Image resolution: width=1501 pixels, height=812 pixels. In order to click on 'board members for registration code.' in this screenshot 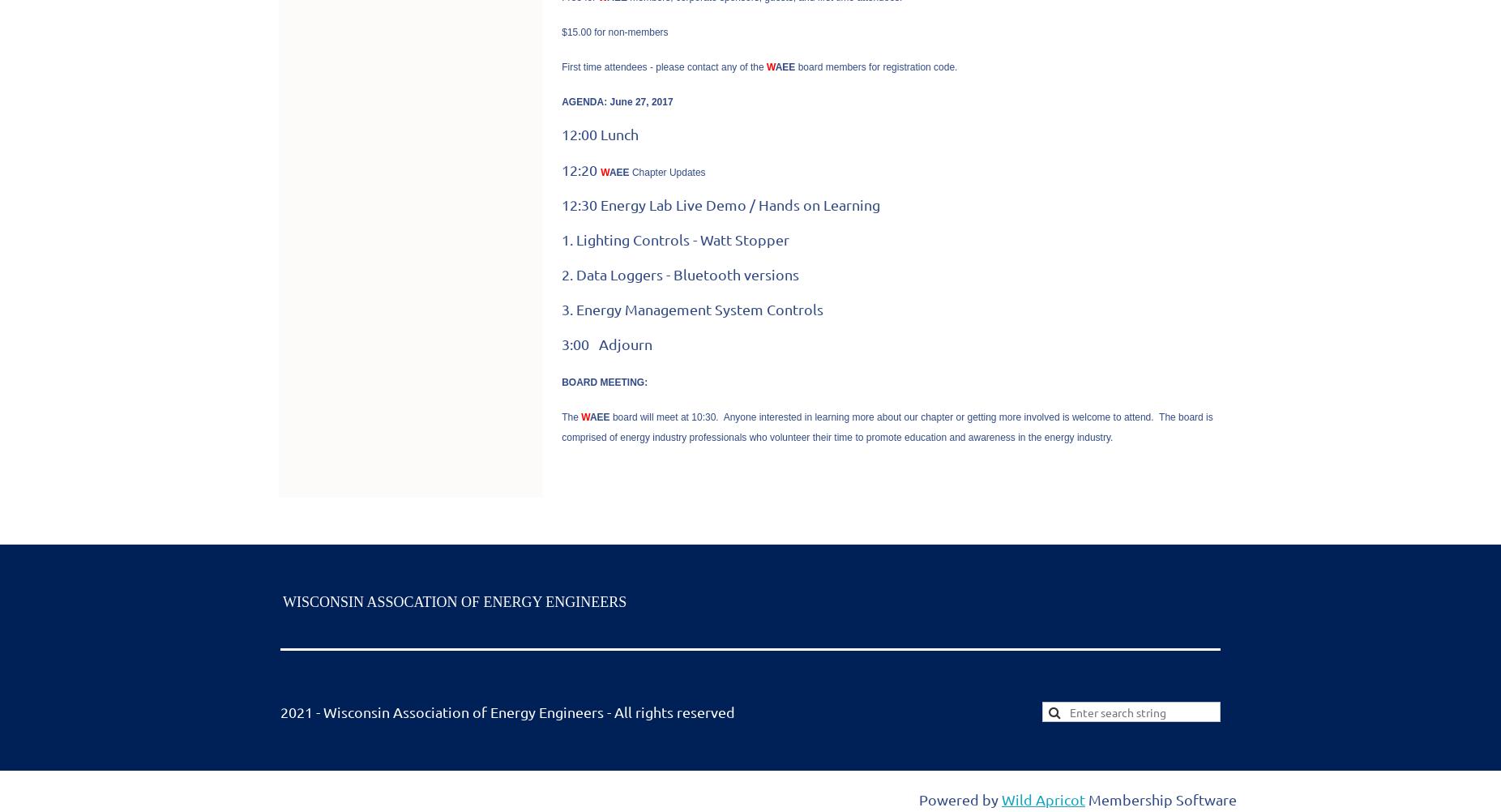, I will do `click(875, 66)`.